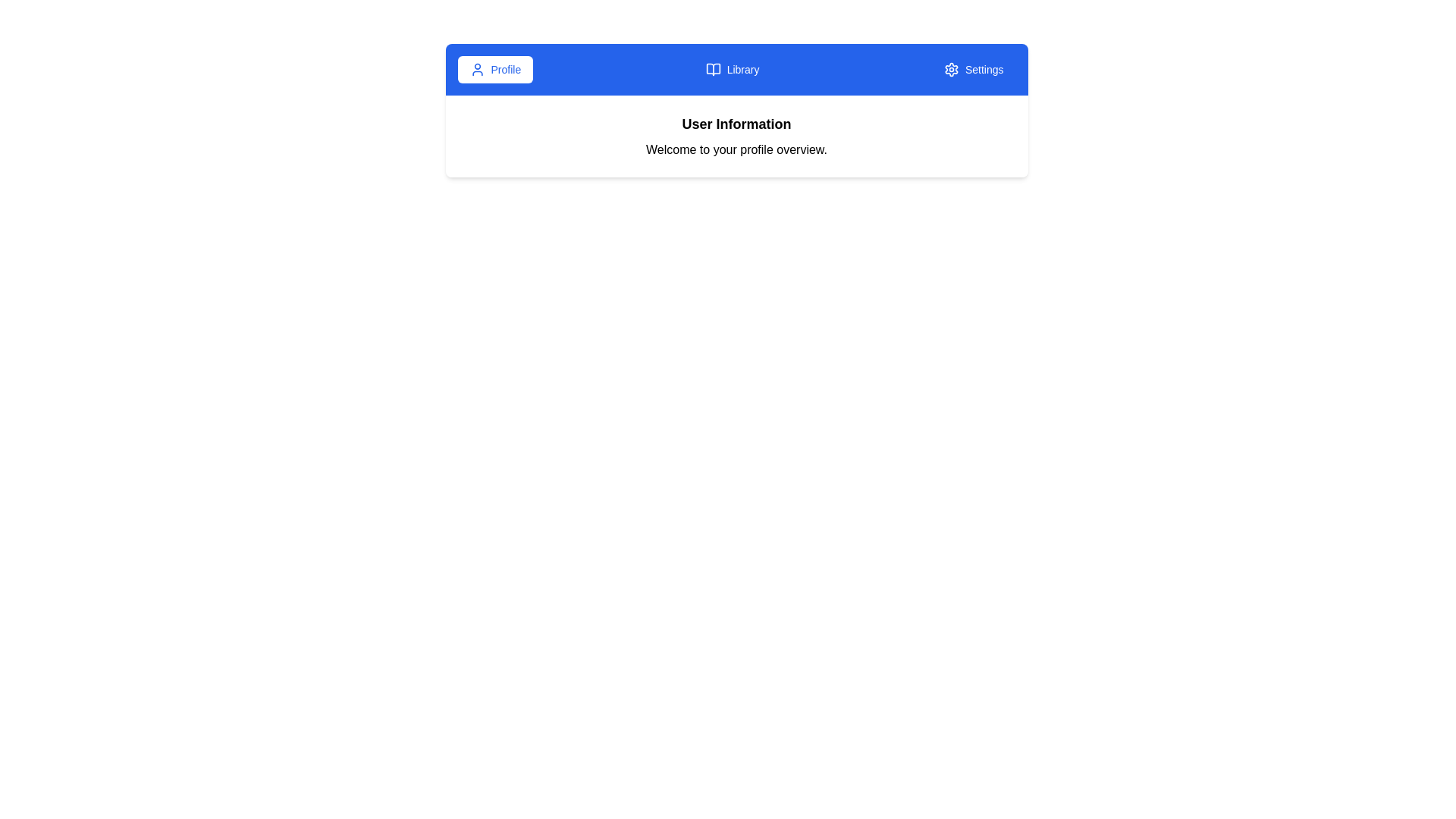 This screenshot has height=819, width=1456. What do you see at coordinates (476, 70) in the screenshot?
I see `the user profile icon located on the left side of the header bar, part of the 'Profile' button` at bounding box center [476, 70].